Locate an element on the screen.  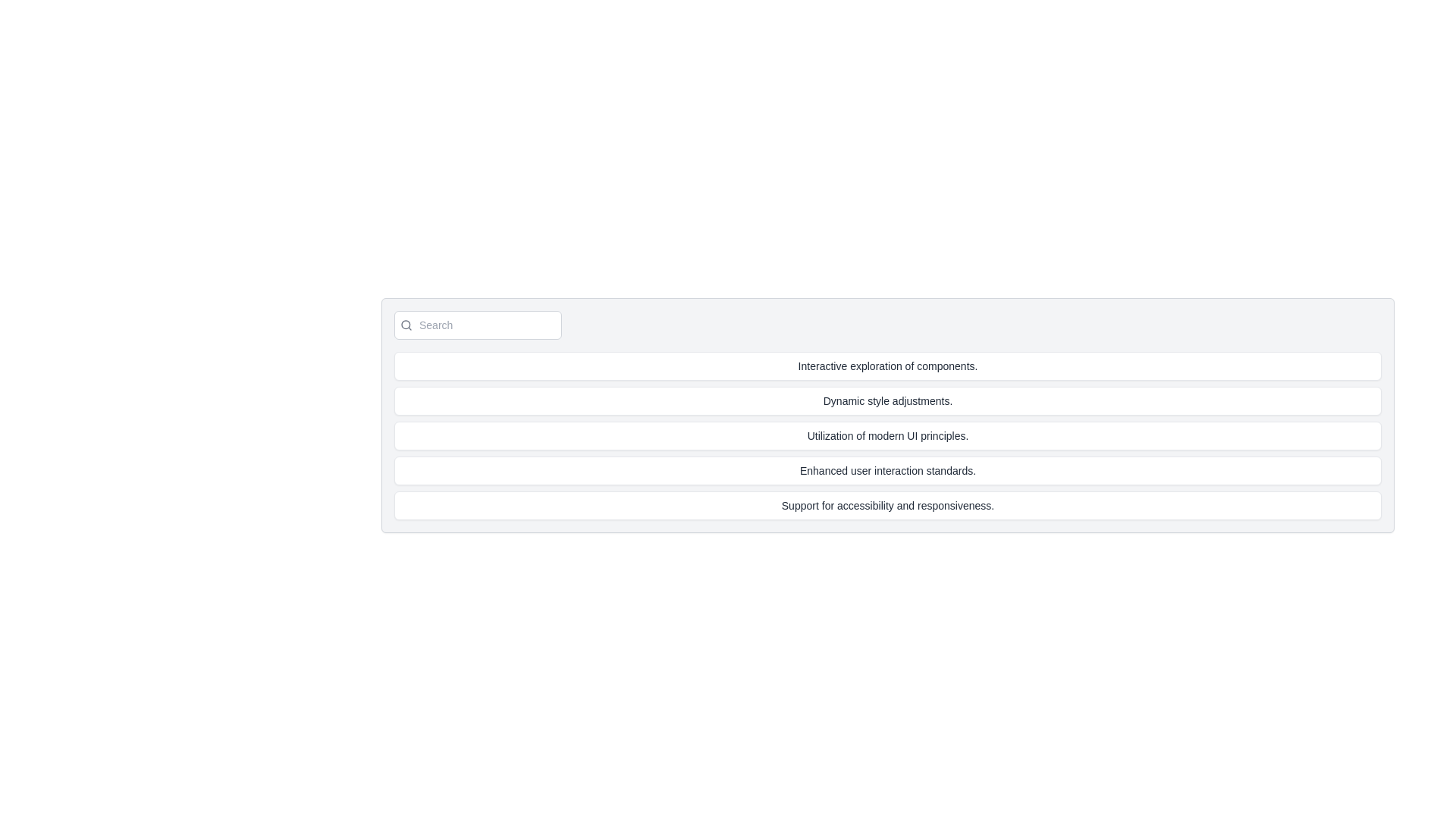
the text character 'r' in the string "Enhanced user interaction standards." located in the fourth row of the interface is located at coordinates (959, 470).